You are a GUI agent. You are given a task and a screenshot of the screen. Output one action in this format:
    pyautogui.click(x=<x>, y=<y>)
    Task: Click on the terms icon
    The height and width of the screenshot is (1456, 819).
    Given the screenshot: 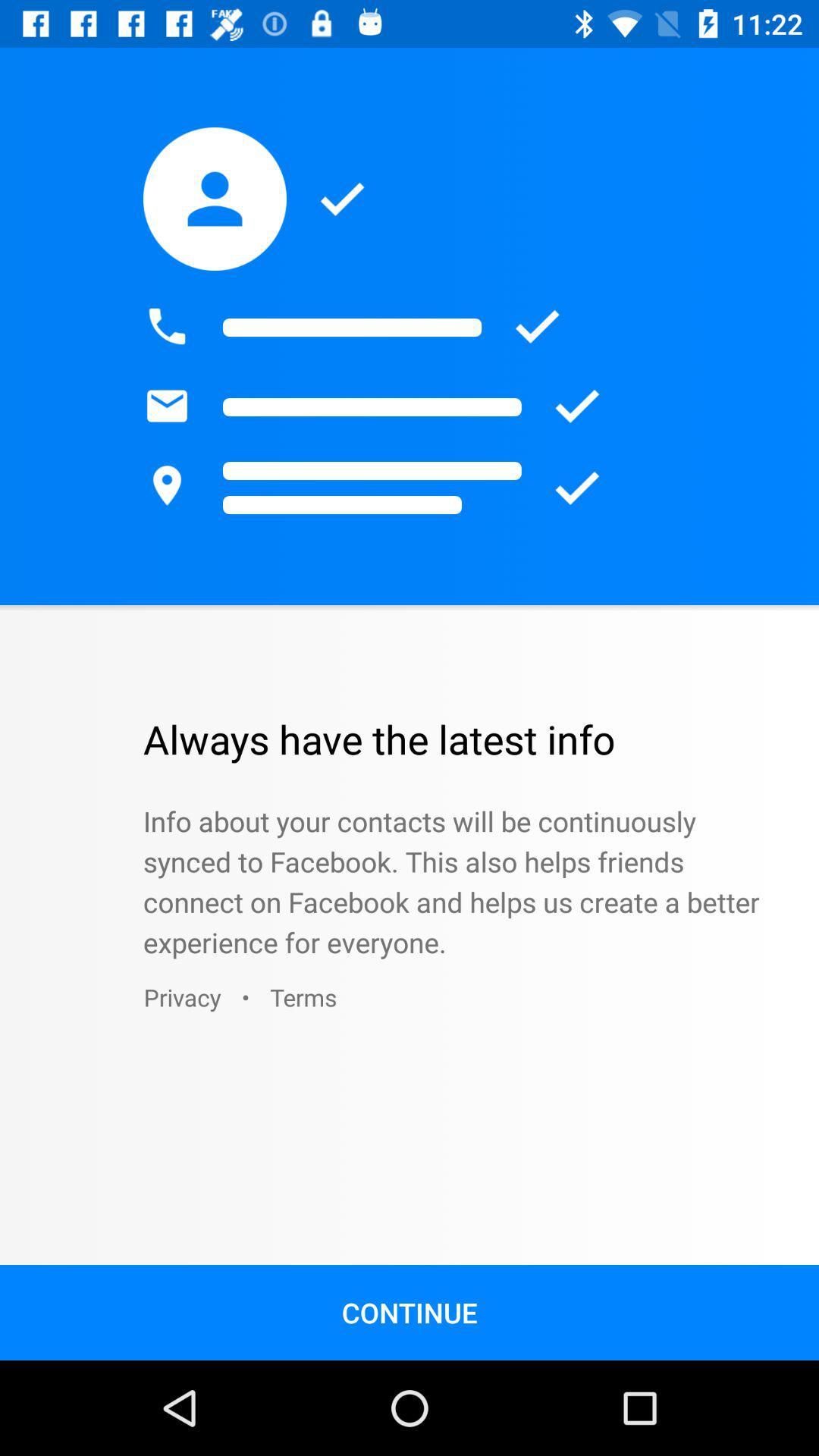 What is the action you would take?
    pyautogui.click(x=303, y=997)
    